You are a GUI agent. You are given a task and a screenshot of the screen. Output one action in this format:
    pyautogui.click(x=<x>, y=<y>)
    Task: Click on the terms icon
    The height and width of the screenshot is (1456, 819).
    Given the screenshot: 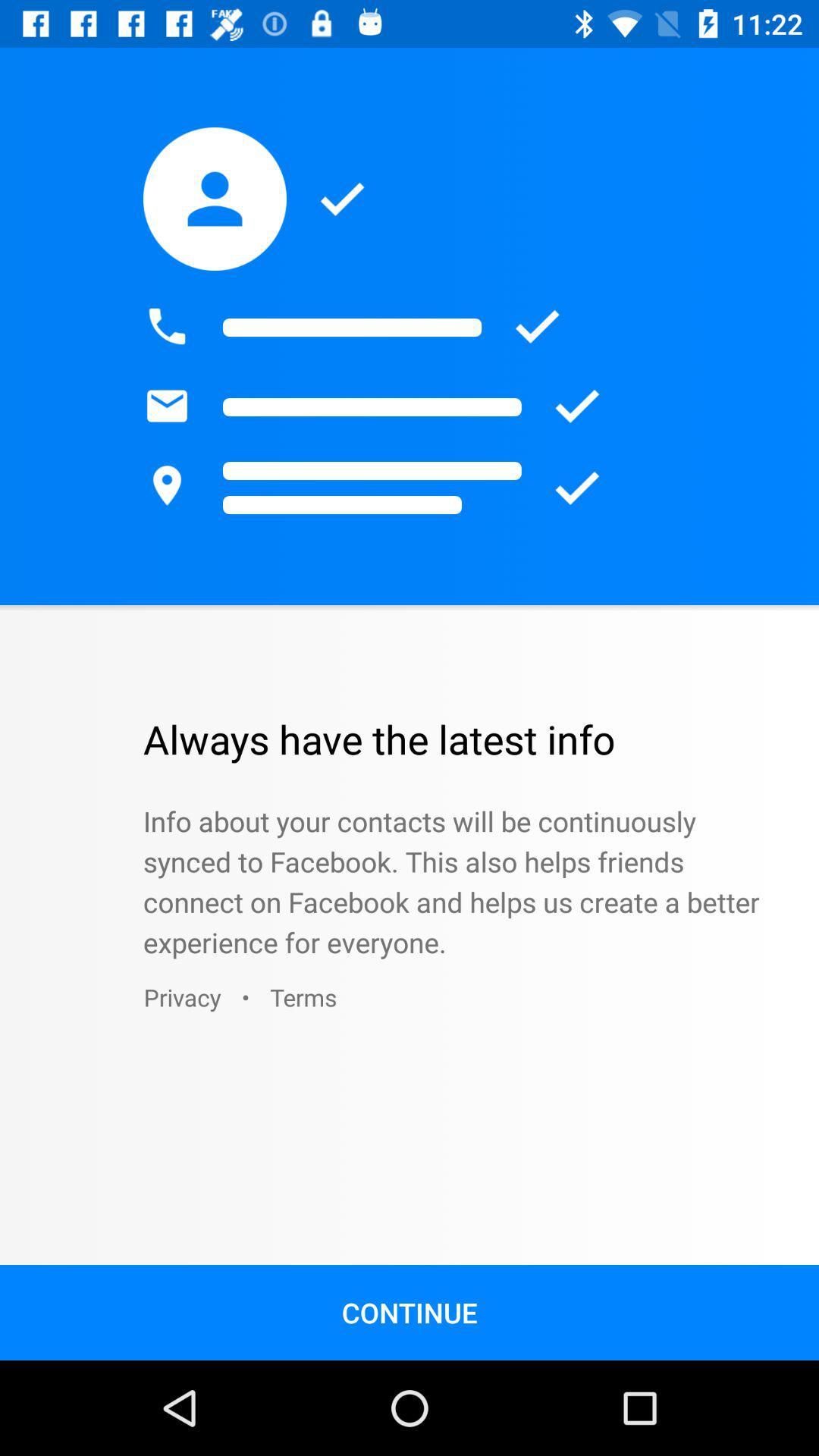 What is the action you would take?
    pyautogui.click(x=303, y=997)
    